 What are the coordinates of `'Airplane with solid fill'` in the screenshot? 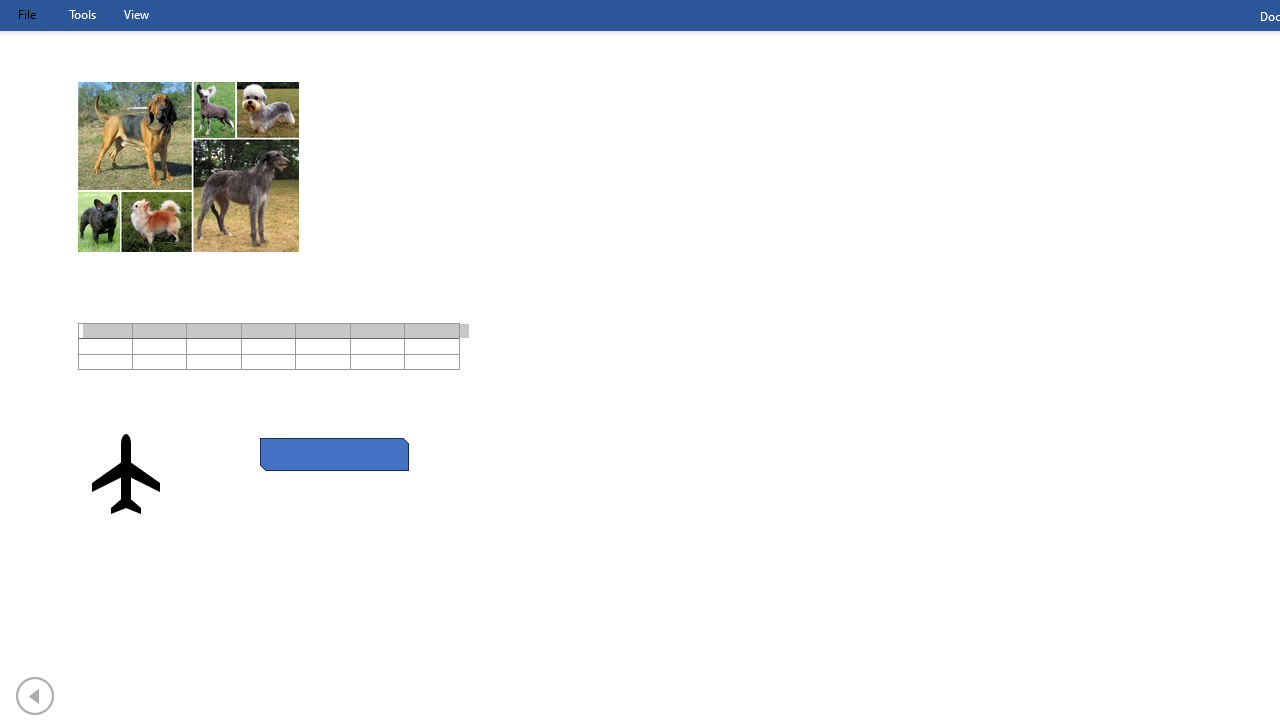 It's located at (125, 474).